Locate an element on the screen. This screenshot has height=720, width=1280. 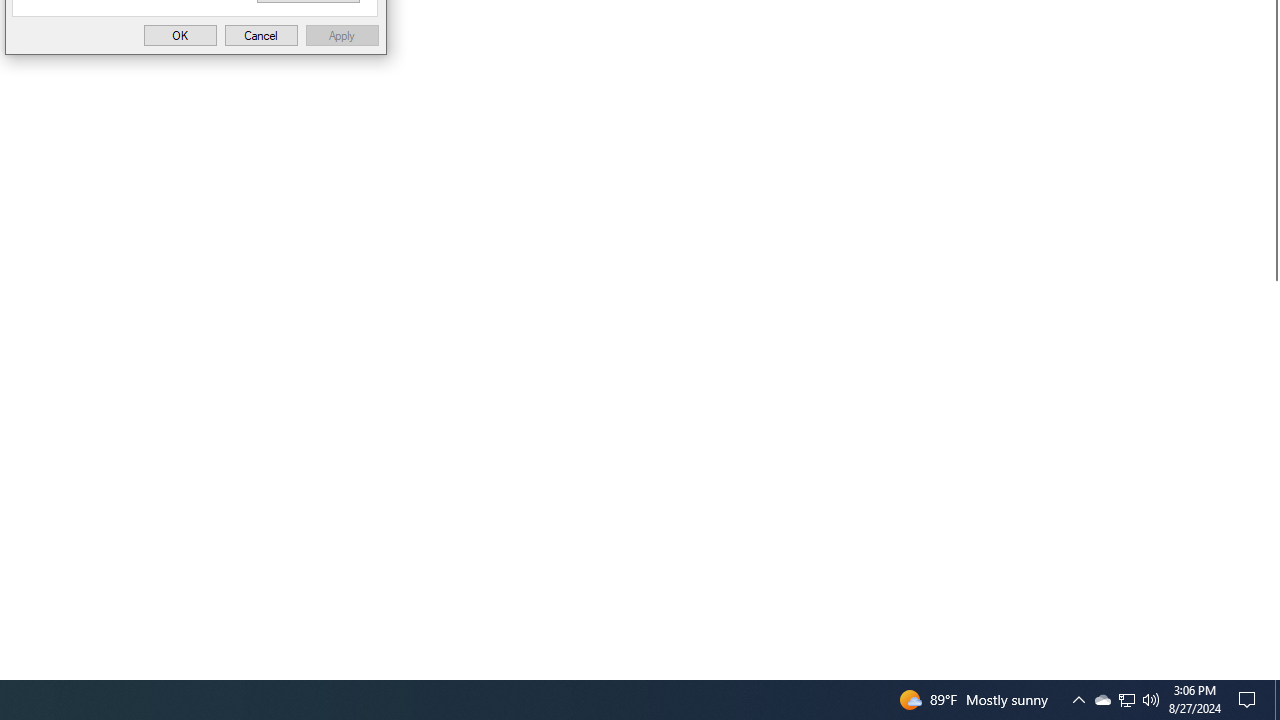
'Show desktop' is located at coordinates (1276, 698).